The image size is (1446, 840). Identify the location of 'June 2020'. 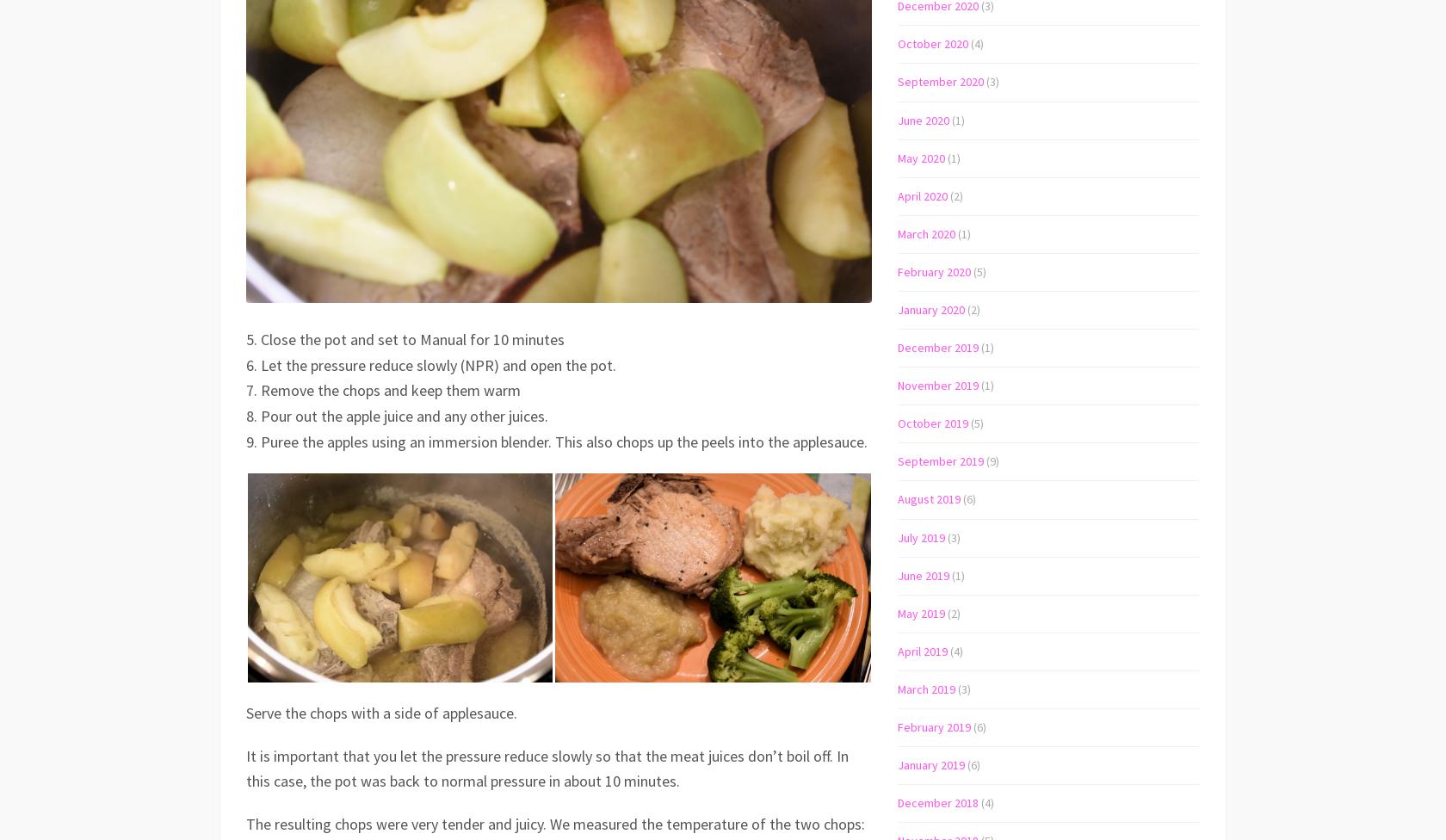
(924, 118).